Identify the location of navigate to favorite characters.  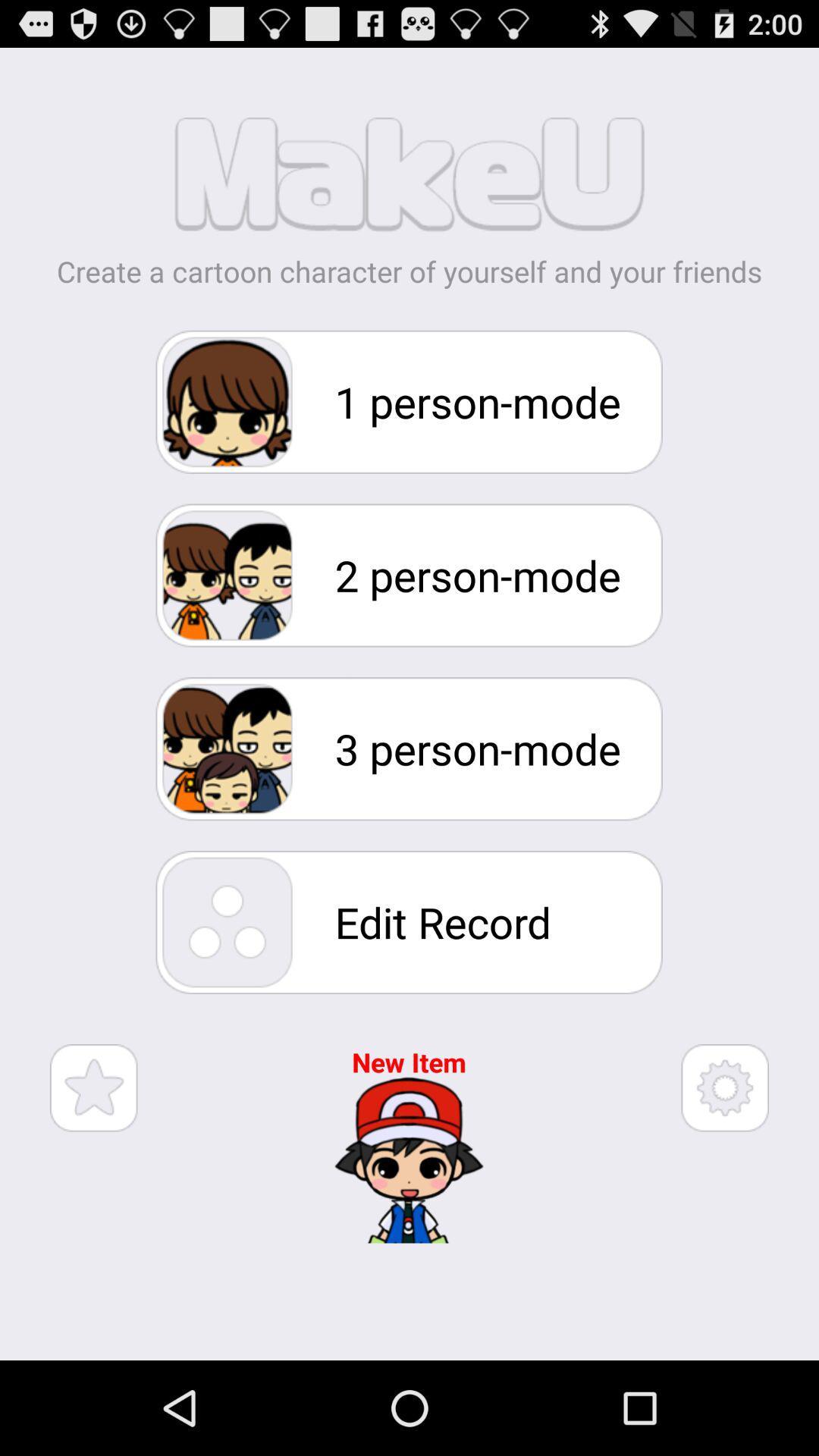
(93, 1087).